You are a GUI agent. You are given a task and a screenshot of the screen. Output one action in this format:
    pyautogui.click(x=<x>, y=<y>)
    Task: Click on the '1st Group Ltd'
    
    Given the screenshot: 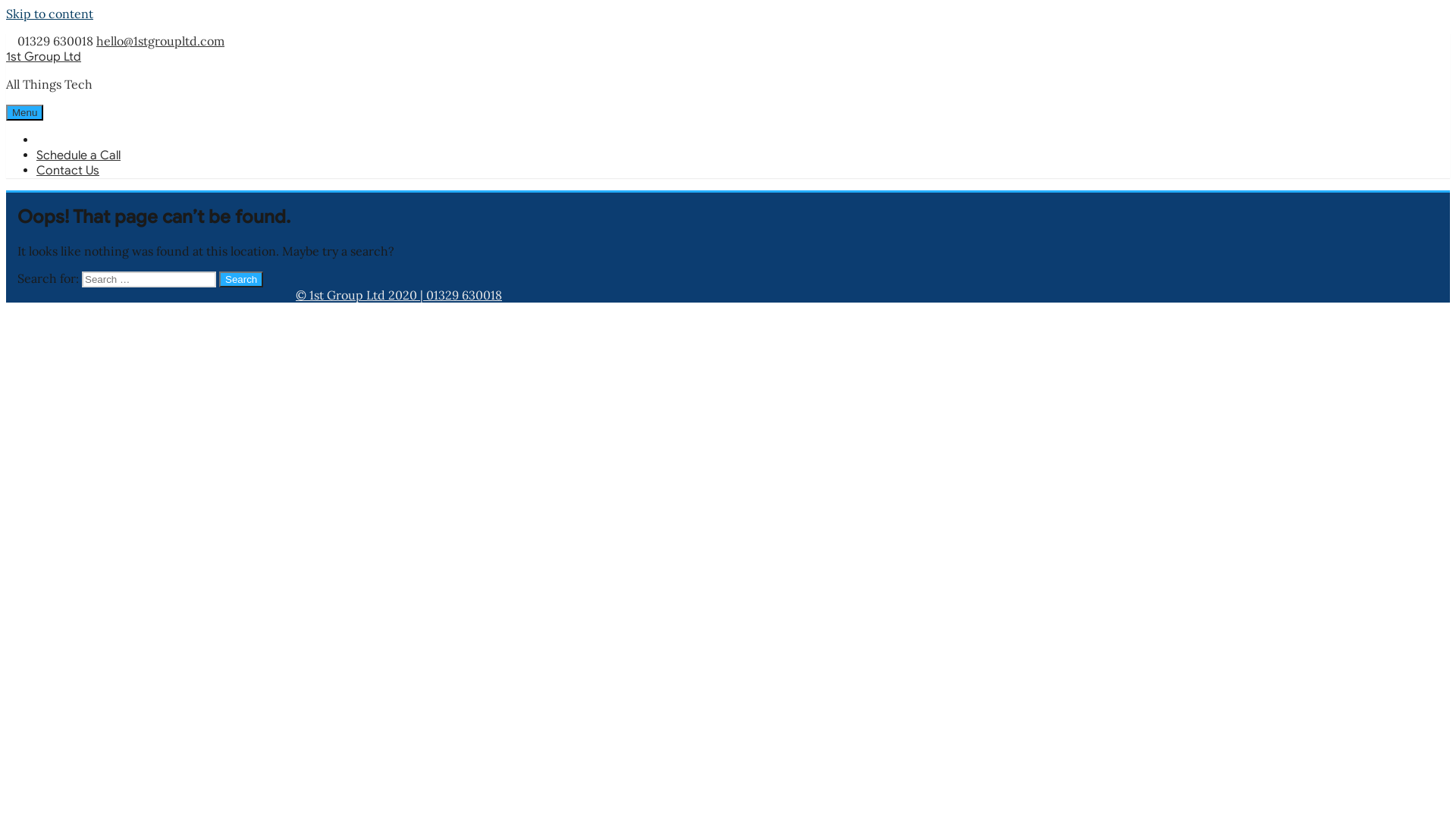 What is the action you would take?
    pyautogui.click(x=43, y=55)
    